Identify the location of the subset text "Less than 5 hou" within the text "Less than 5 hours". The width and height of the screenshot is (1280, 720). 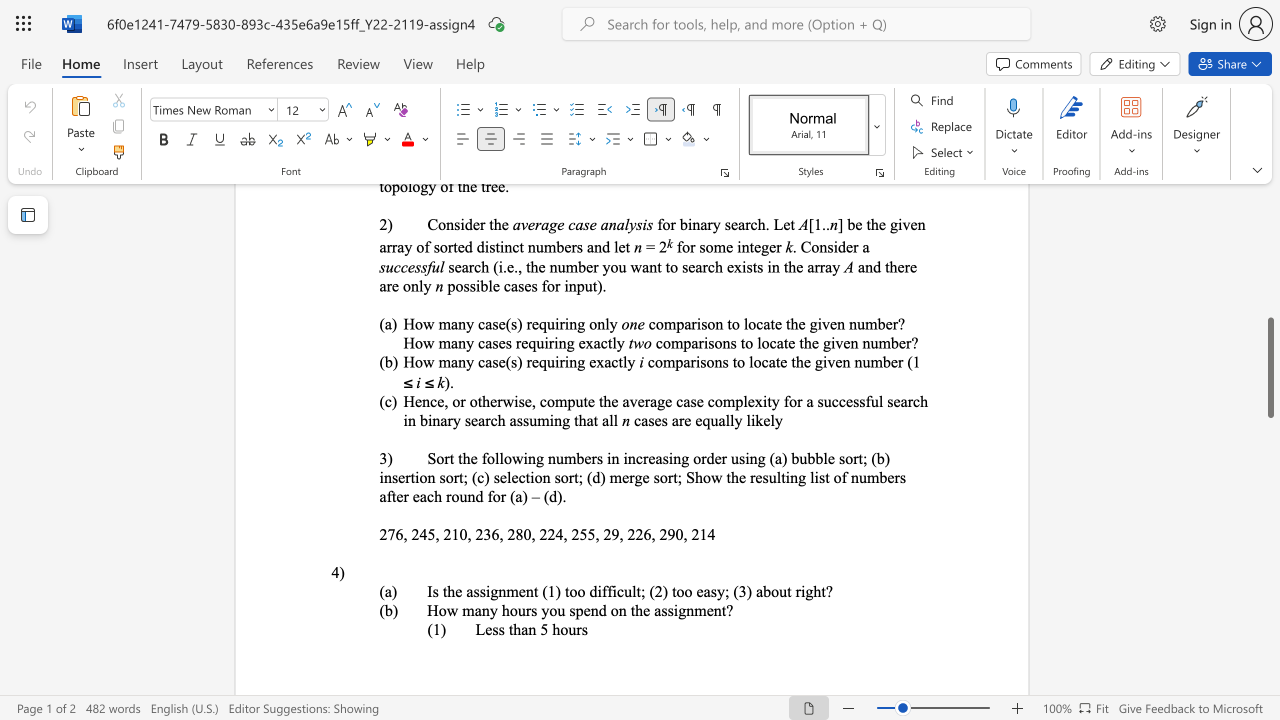
(474, 628).